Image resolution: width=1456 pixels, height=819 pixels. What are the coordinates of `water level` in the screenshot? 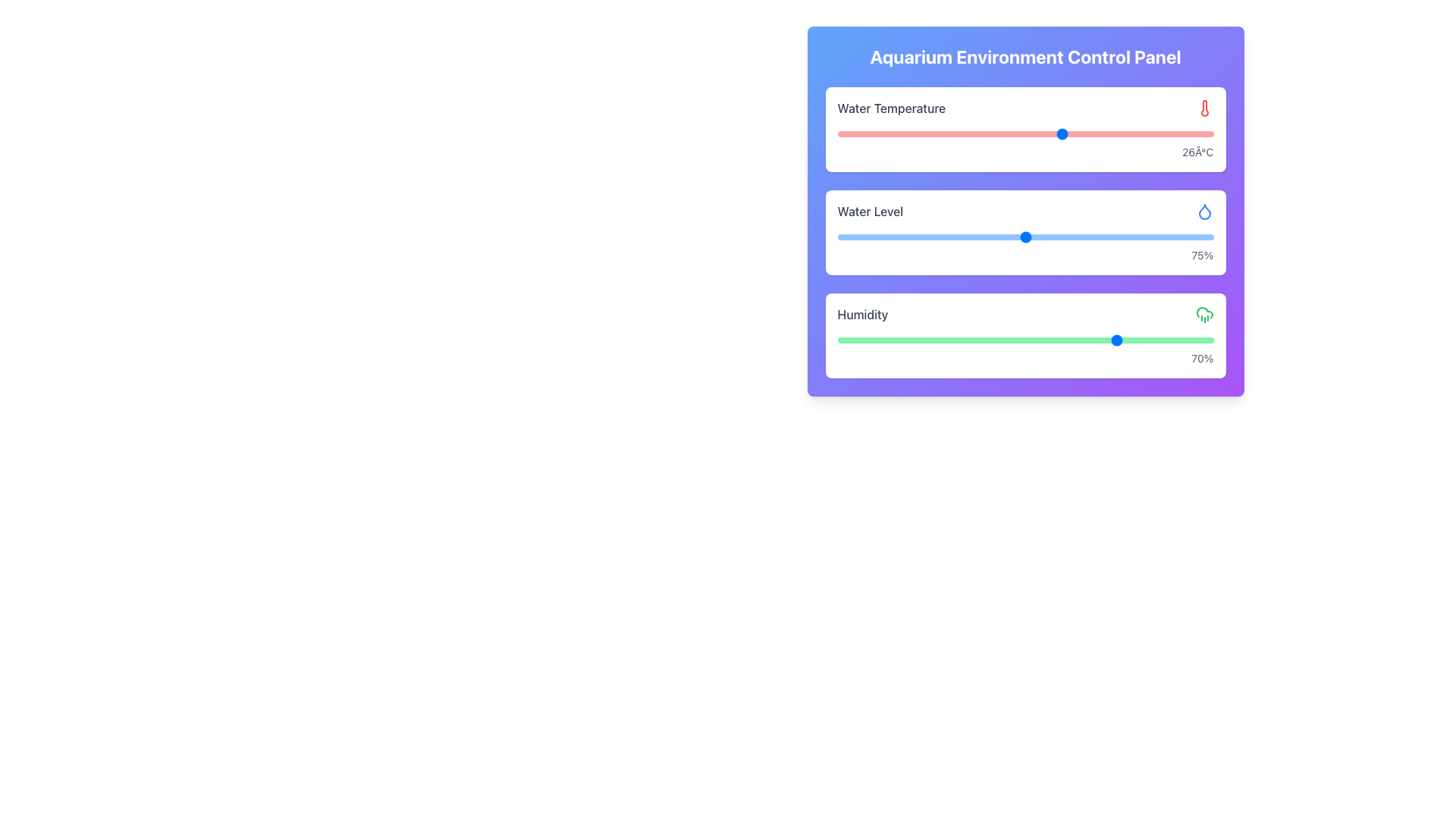 It's located at (890, 237).